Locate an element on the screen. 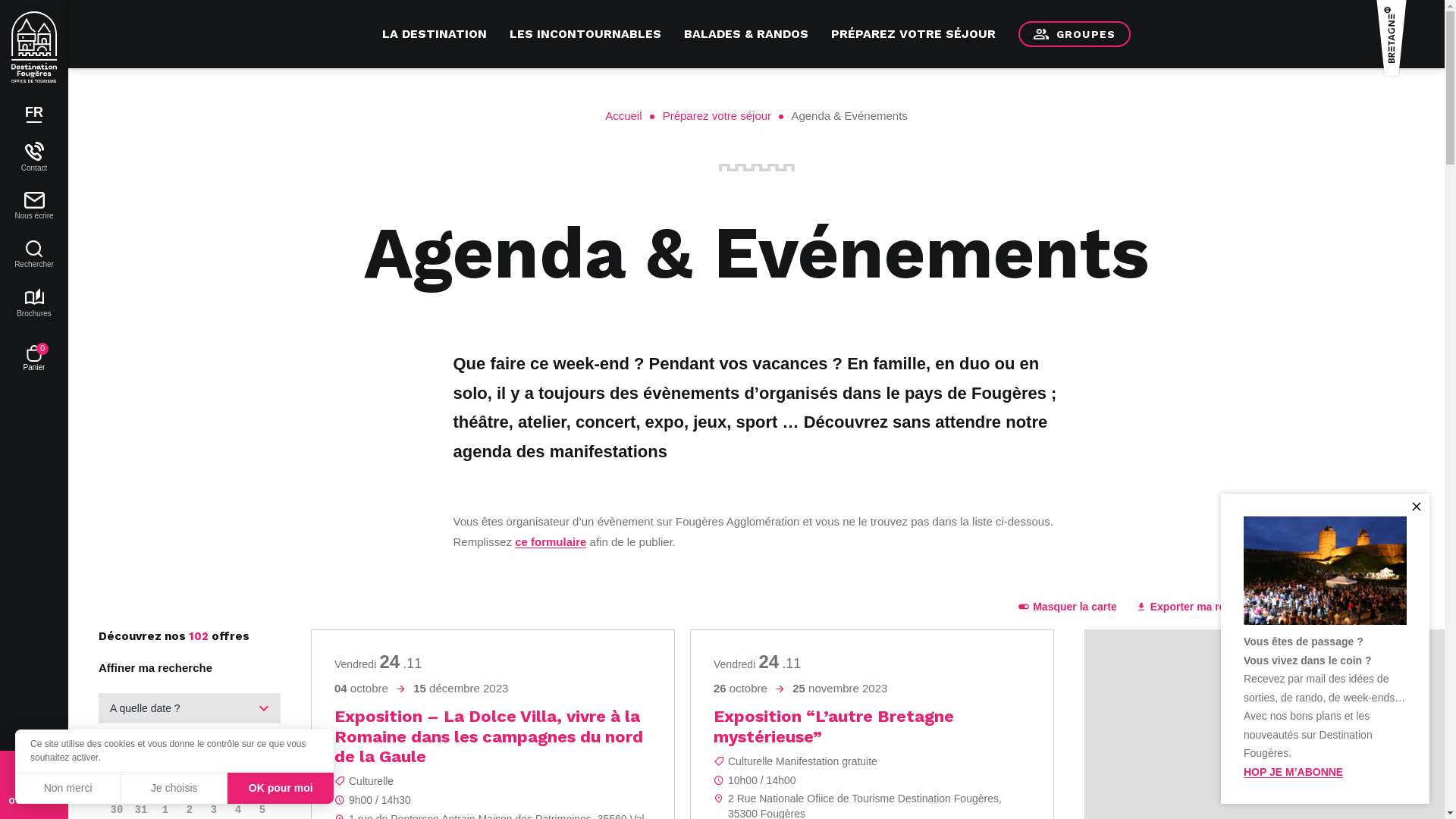 The image size is (1456, 819). 'Masquer la carte' is located at coordinates (1066, 606).